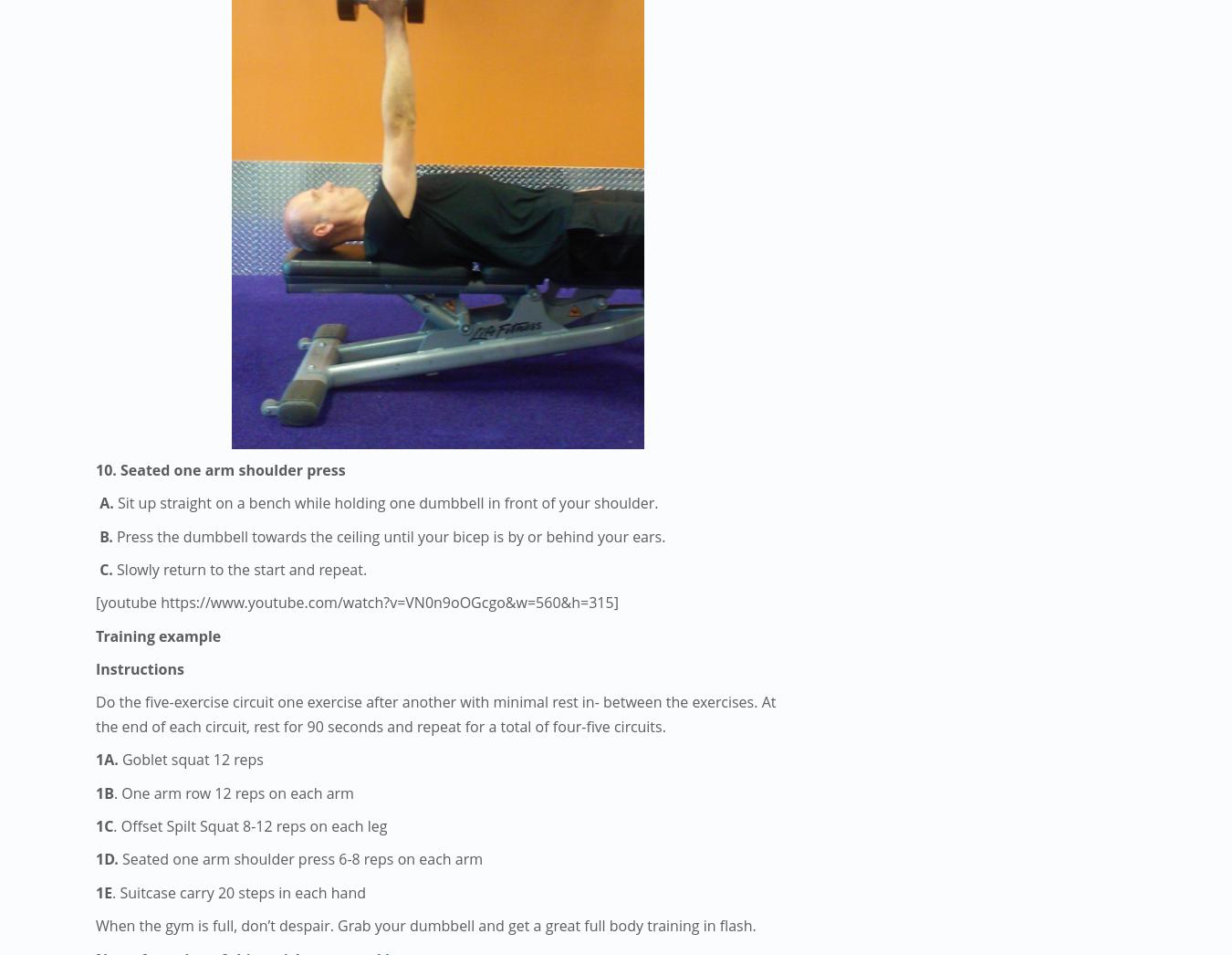 The width and height of the screenshot is (1232, 955). Describe the element at coordinates (190, 759) in the screenshot. I see `'Goblet squat 12 reps'` at that location.